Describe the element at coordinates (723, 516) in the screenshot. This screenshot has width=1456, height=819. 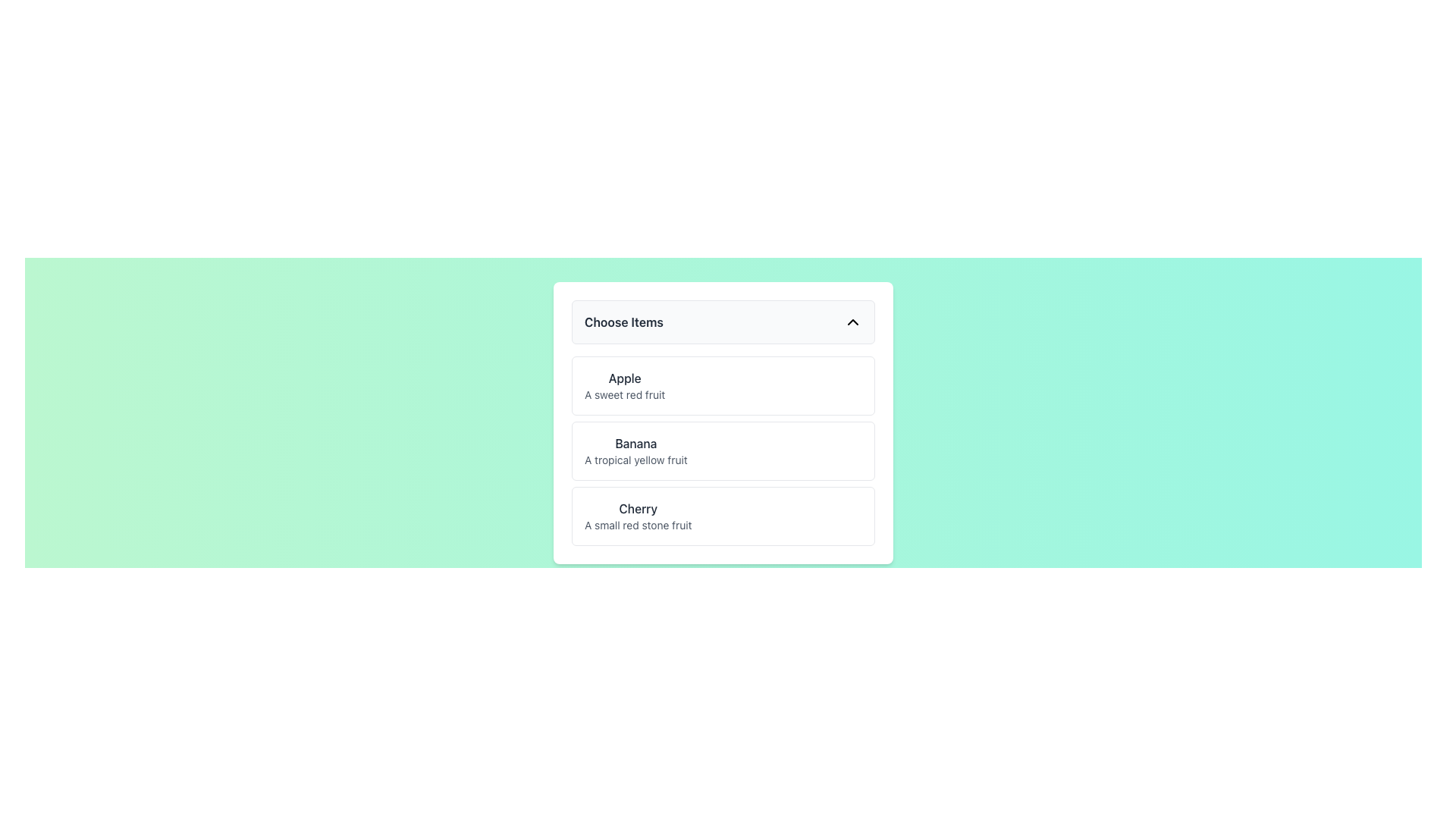
I see `the 'Cherry' option, which is the third entry in the vertically stacked list containing 'Apple' and 'Banana'` at that location.